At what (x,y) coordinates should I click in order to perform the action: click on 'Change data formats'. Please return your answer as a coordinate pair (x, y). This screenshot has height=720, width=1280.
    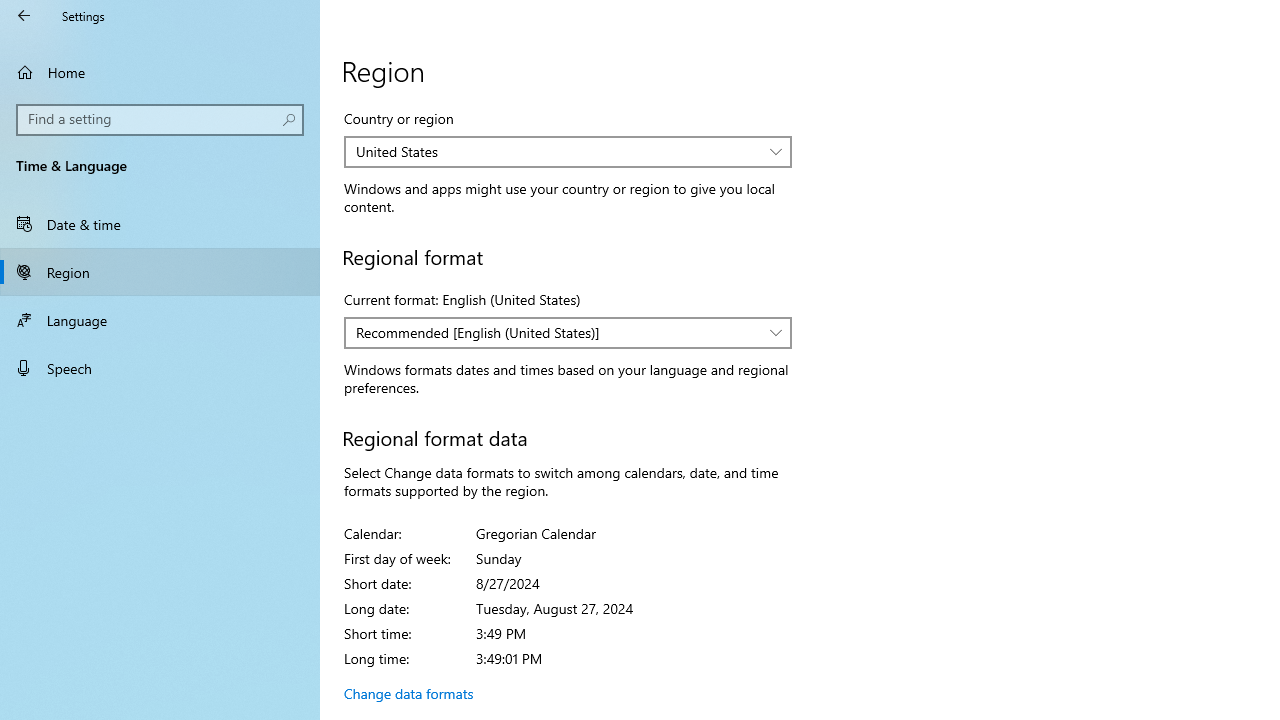
    Looking at the image, I should click on (407, 692).